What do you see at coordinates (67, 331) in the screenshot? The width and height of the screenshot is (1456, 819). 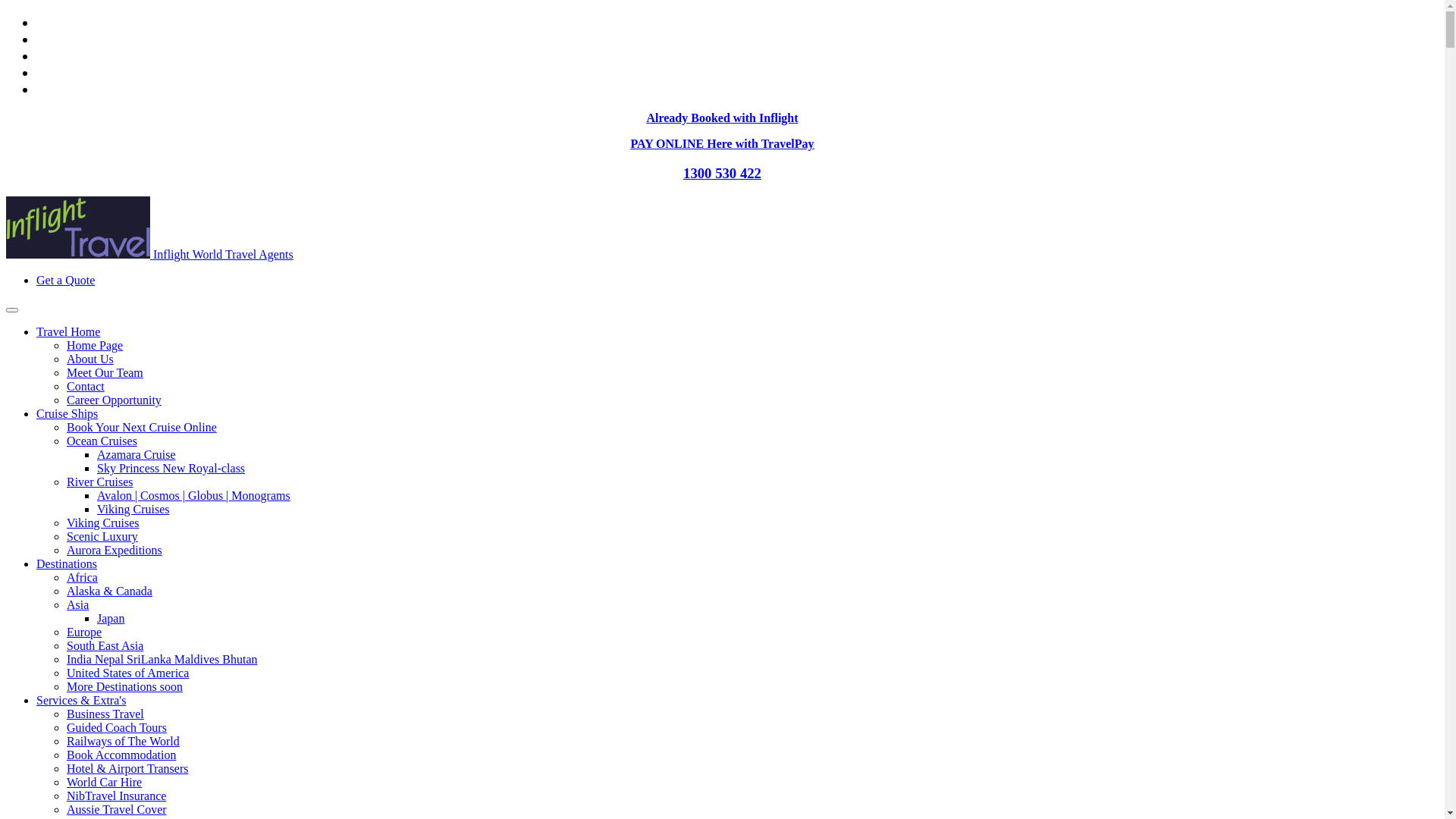 I see `'Travel Home'` at bounding box center [67, 331].